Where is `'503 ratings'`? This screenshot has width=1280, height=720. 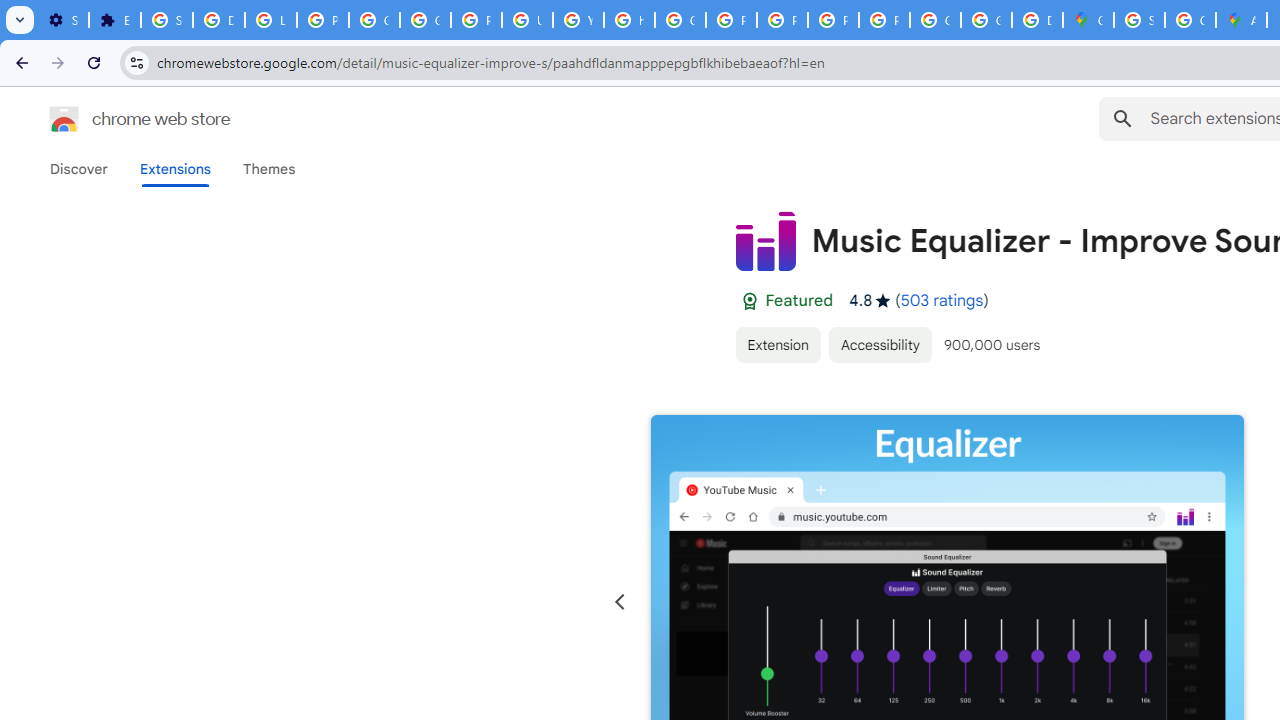
'503 ratings' is located at coordinates (941, 300).